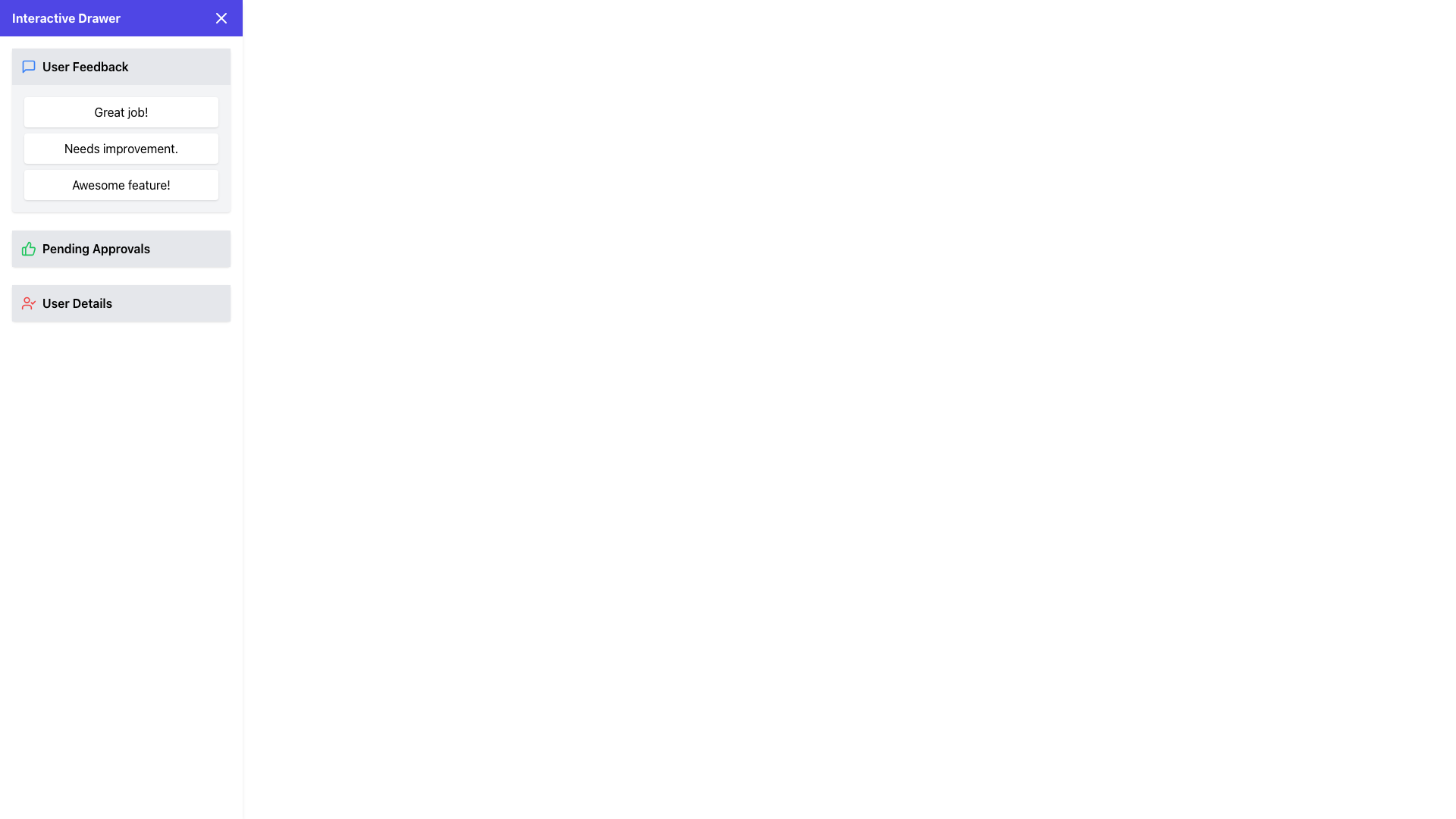 Image resolution: width=1456 pixels, height=819 pixels. I want to click on displayed text from the second text block in the 'User Feedback' section, which contains the bold text 'Needs improvement.', so click(120, 149).